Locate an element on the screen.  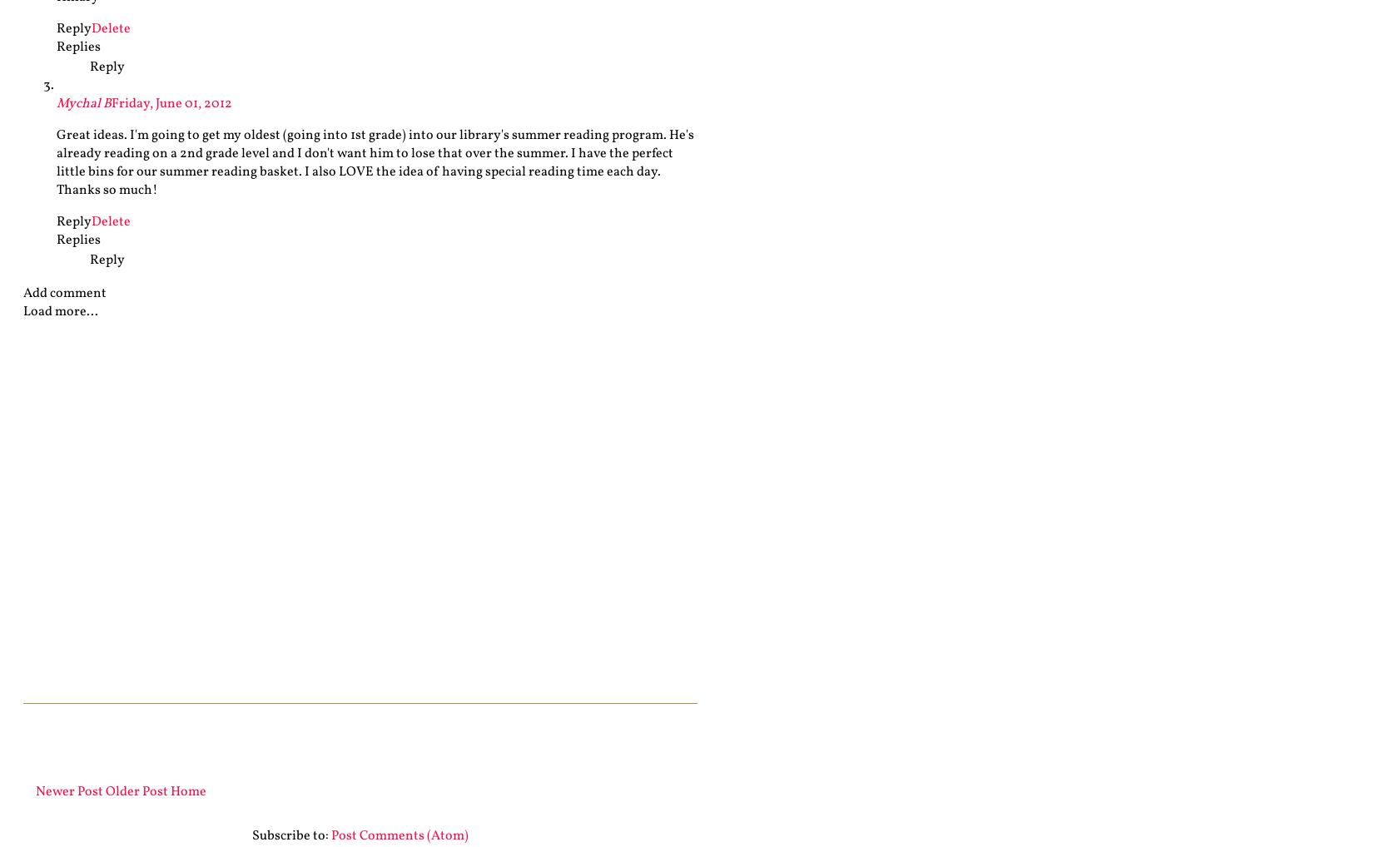
'Mychal B' is located at coordinates (82, 103).